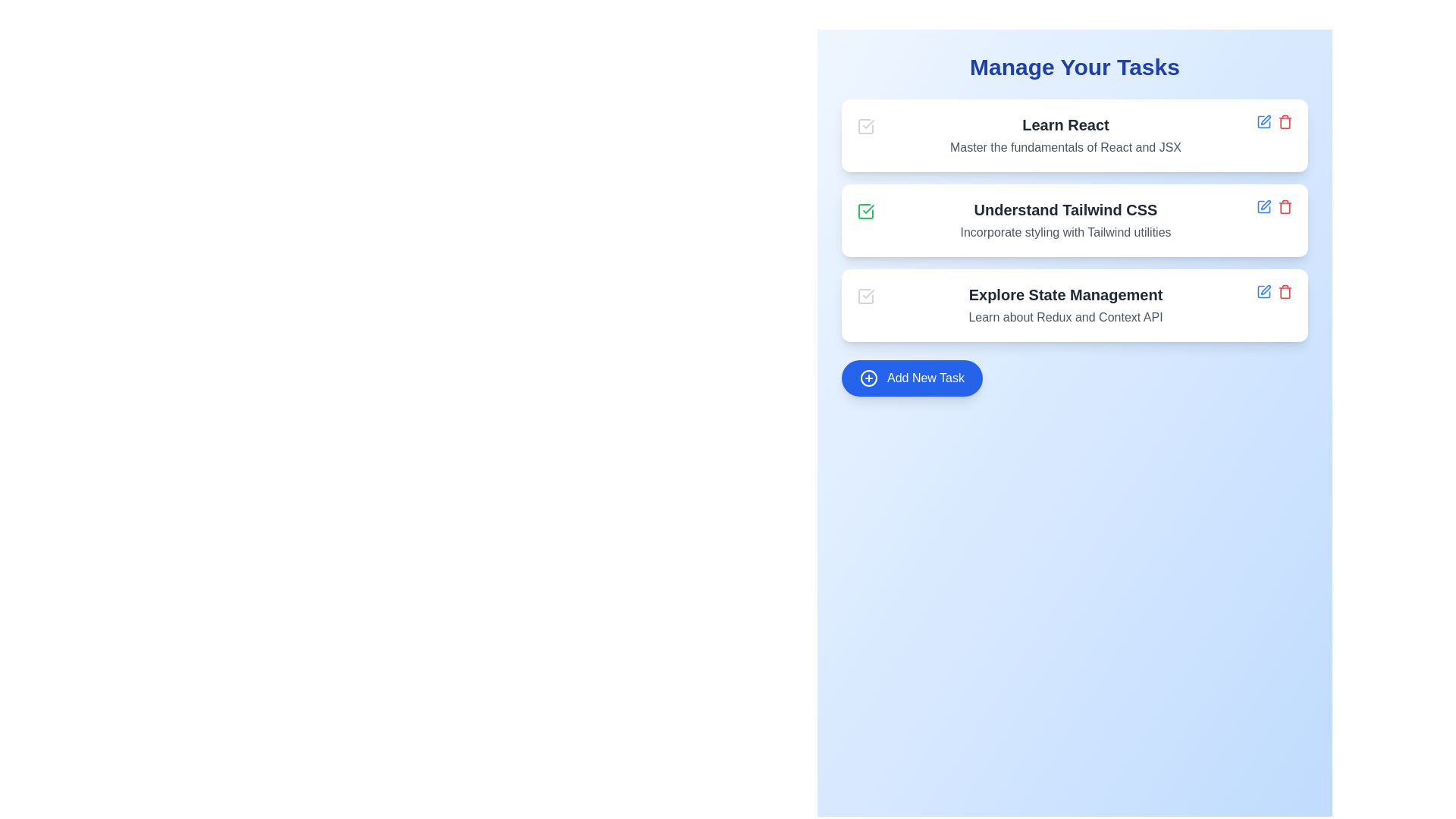 The image size is (1456, 819). What do you see at coordinates (868, 209) in the screenshot?
I see `the green checkmark icon located near the 'Understand Tailwind CSS' text in the task list` at bounding box center [868, 209].